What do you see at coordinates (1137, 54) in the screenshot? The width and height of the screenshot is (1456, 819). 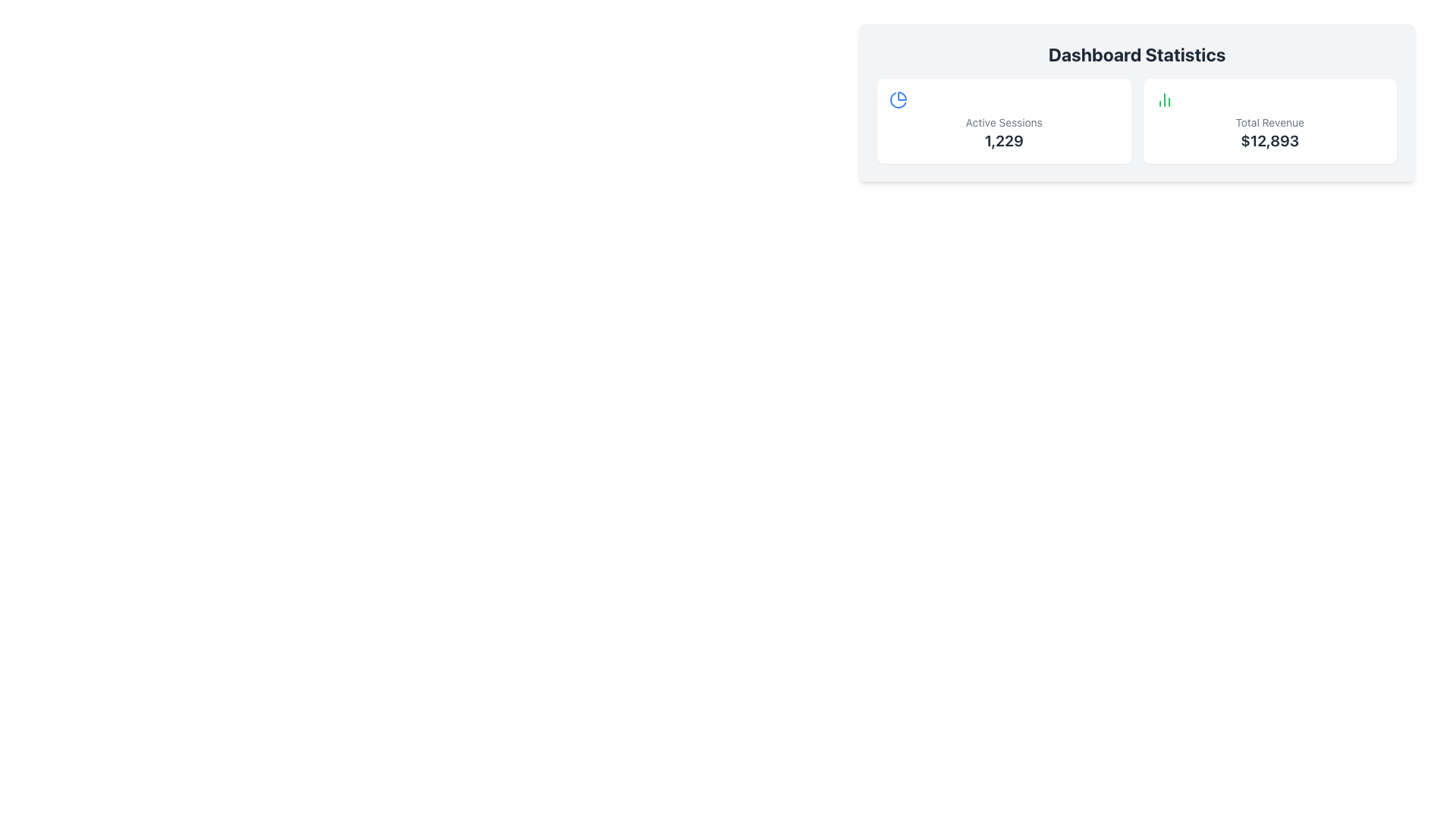 I see `'Dashboard Statistics' text header, which is a bold, large font title in grey color, centrally aligned above the statistics cards for 'Active Sessions' and 'Total Revenue'` at bounding box center [1137, 54].